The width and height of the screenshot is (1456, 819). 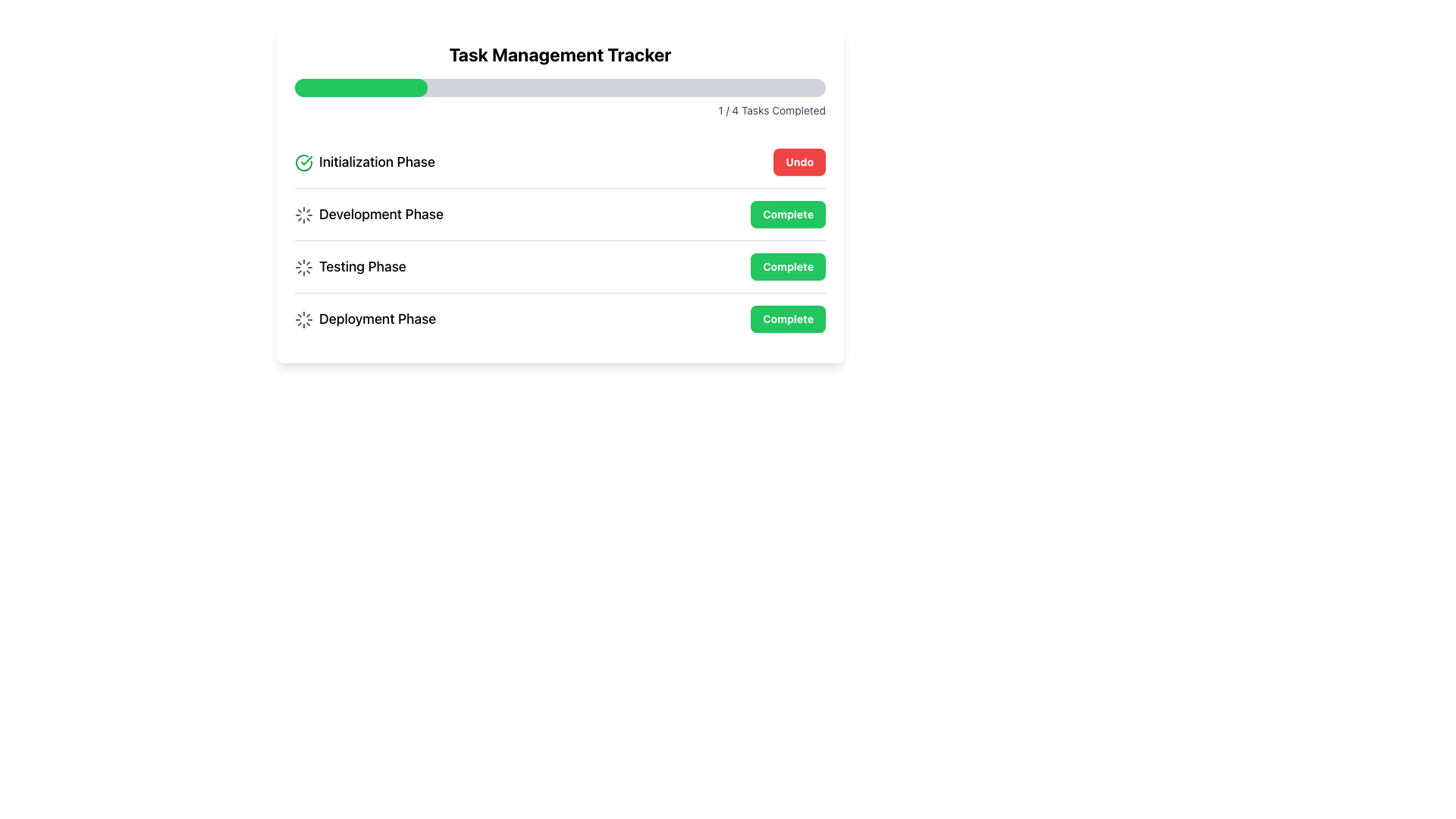 What do you see at coordinates (799, 162) in the screenshot?
I see `the red 'Undo' button with bold white text, located on the right side of the 'Initialization Phase' row in the task tracker interface, to change its background color` at bounding box center [799, 162].